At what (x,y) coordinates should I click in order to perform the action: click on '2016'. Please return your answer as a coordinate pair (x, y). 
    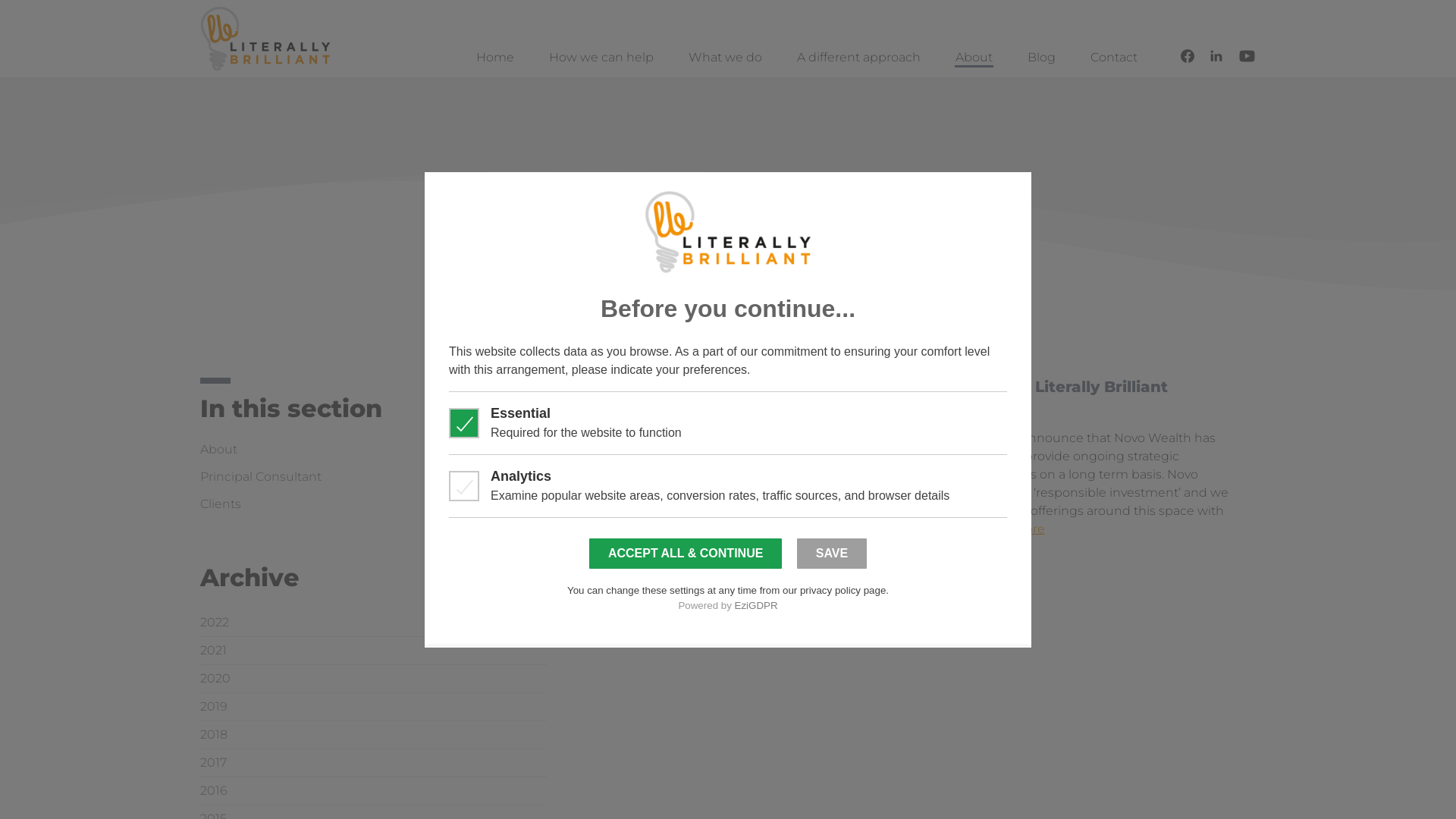
    Looking at the image, I should click on (213, 789).